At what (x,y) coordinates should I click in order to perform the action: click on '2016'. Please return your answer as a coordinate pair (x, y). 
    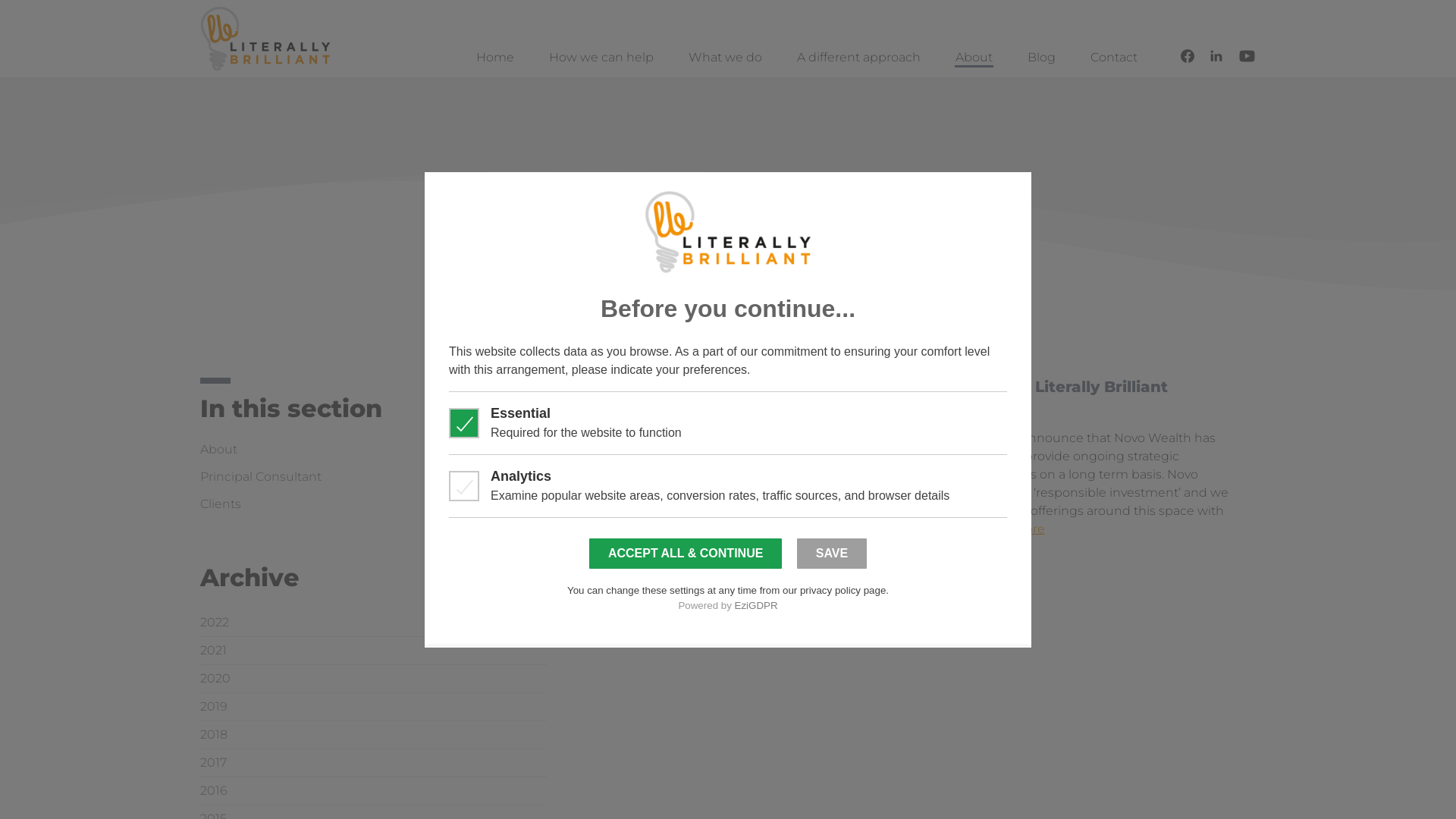
    Looking at the image, I should click on (213, 789).